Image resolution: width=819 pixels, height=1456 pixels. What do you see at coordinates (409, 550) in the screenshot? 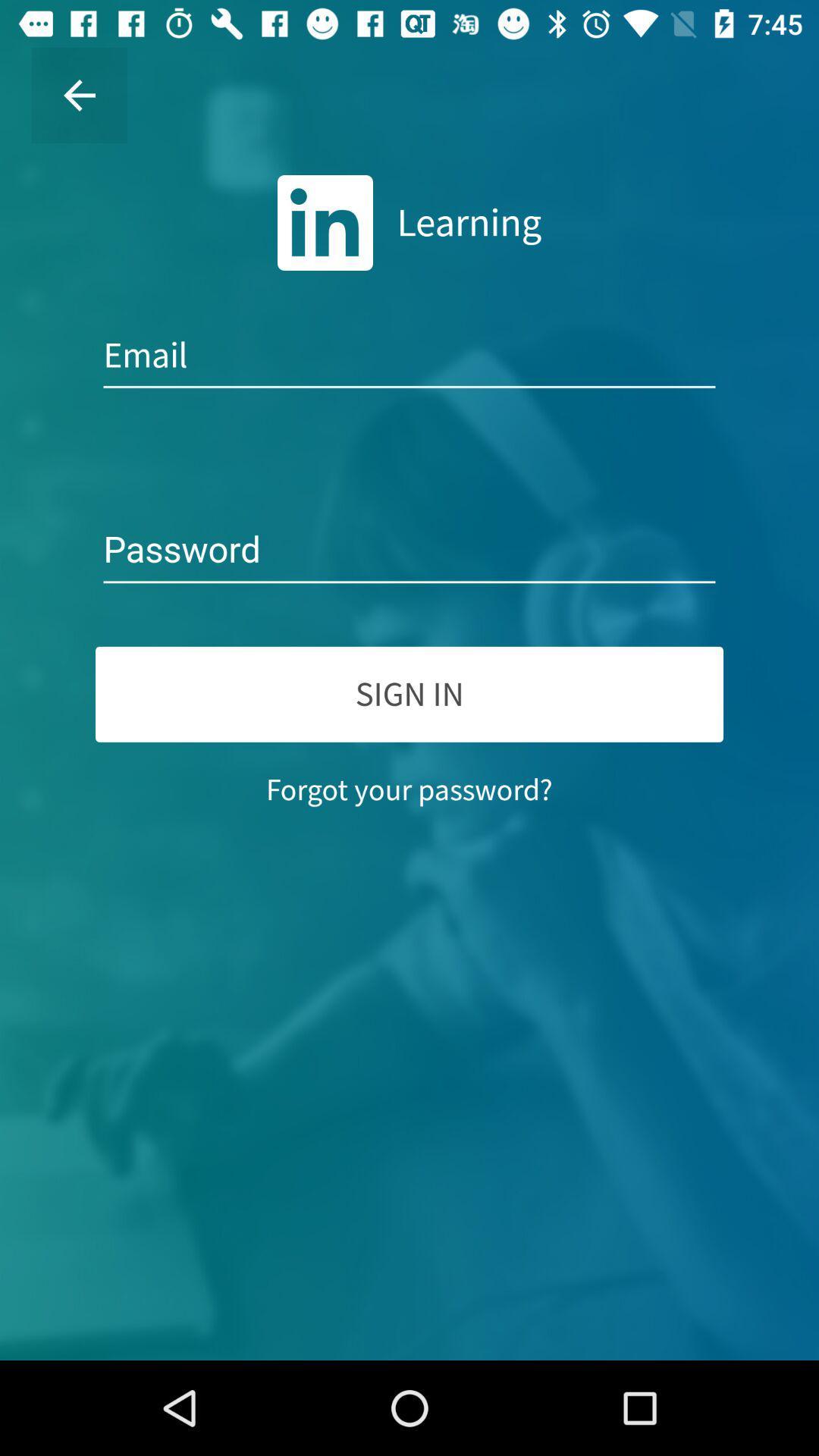
I see `password` at bounding box center [409, 550].